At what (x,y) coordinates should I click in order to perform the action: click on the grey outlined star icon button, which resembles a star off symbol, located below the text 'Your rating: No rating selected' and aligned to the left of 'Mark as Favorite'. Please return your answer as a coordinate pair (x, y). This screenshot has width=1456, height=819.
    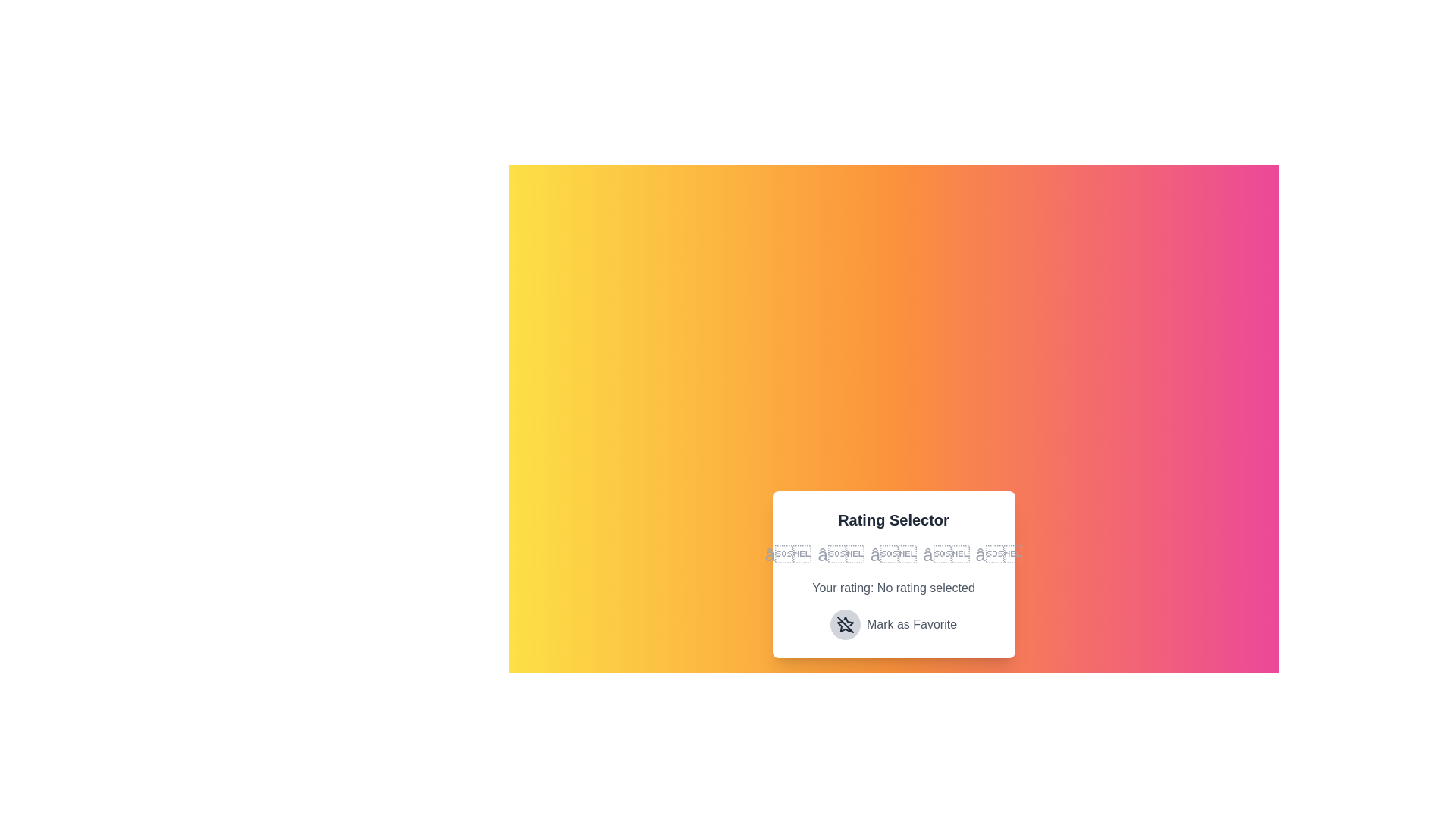
    Looking at the image, I should click on (844, 625).